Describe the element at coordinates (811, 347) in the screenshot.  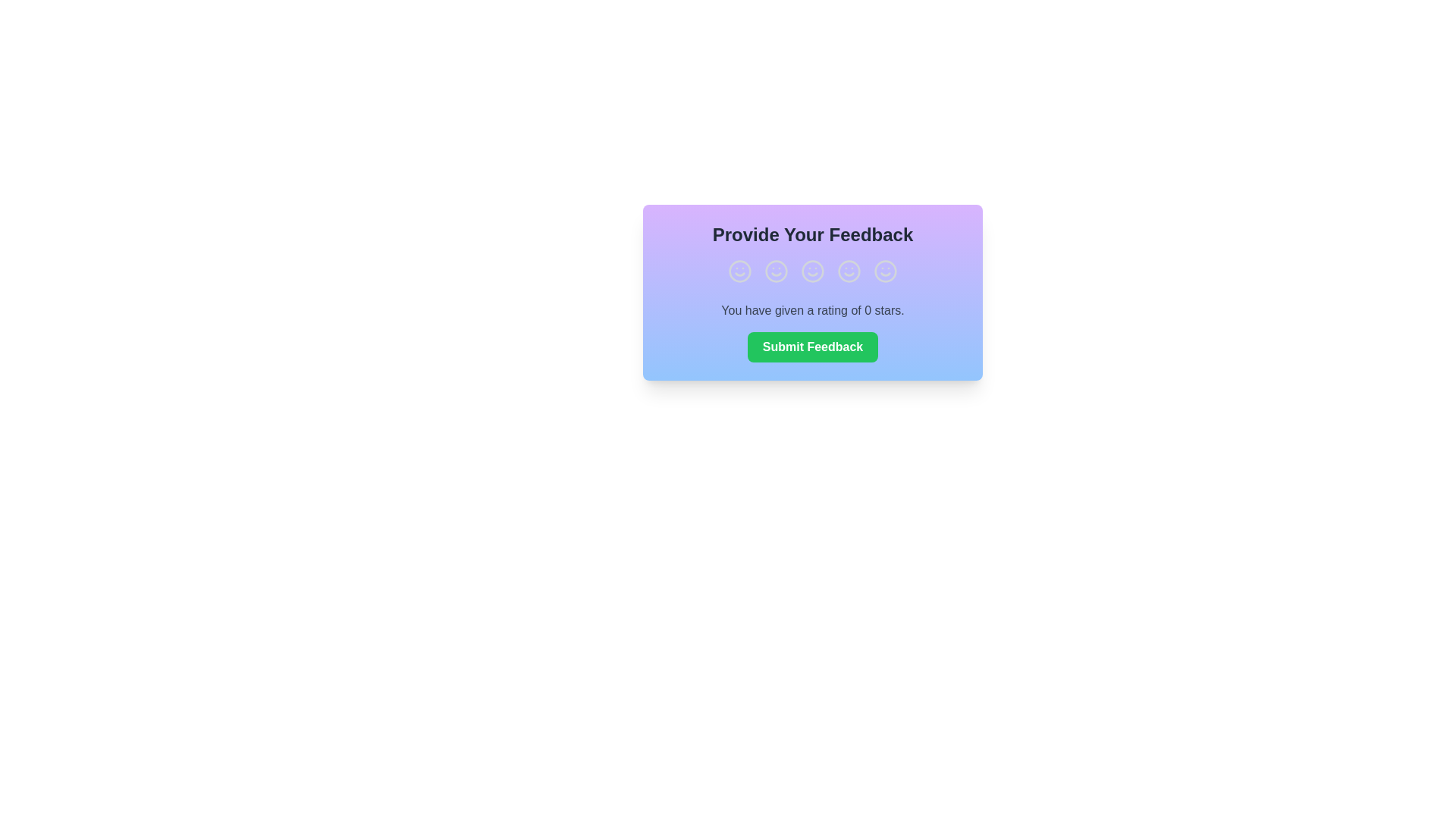
I see `the 'Submit Feedback' button` at that location.